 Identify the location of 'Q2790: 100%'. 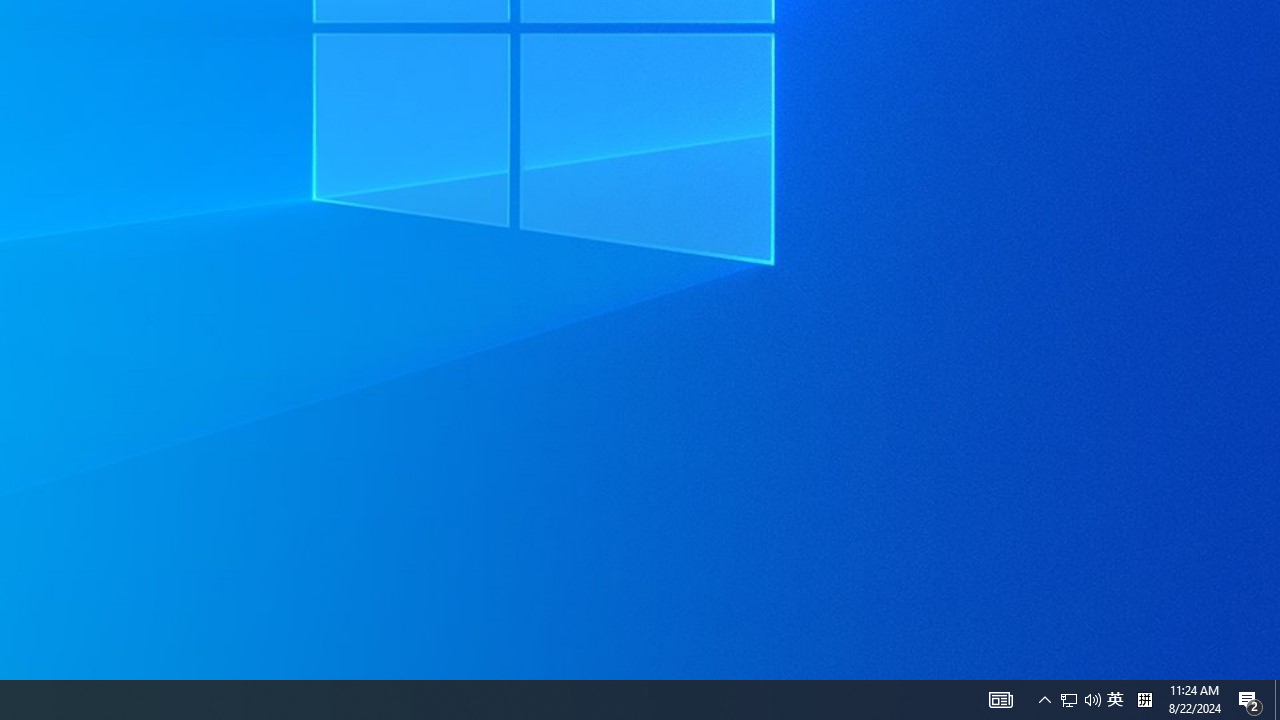
(1079, 698).